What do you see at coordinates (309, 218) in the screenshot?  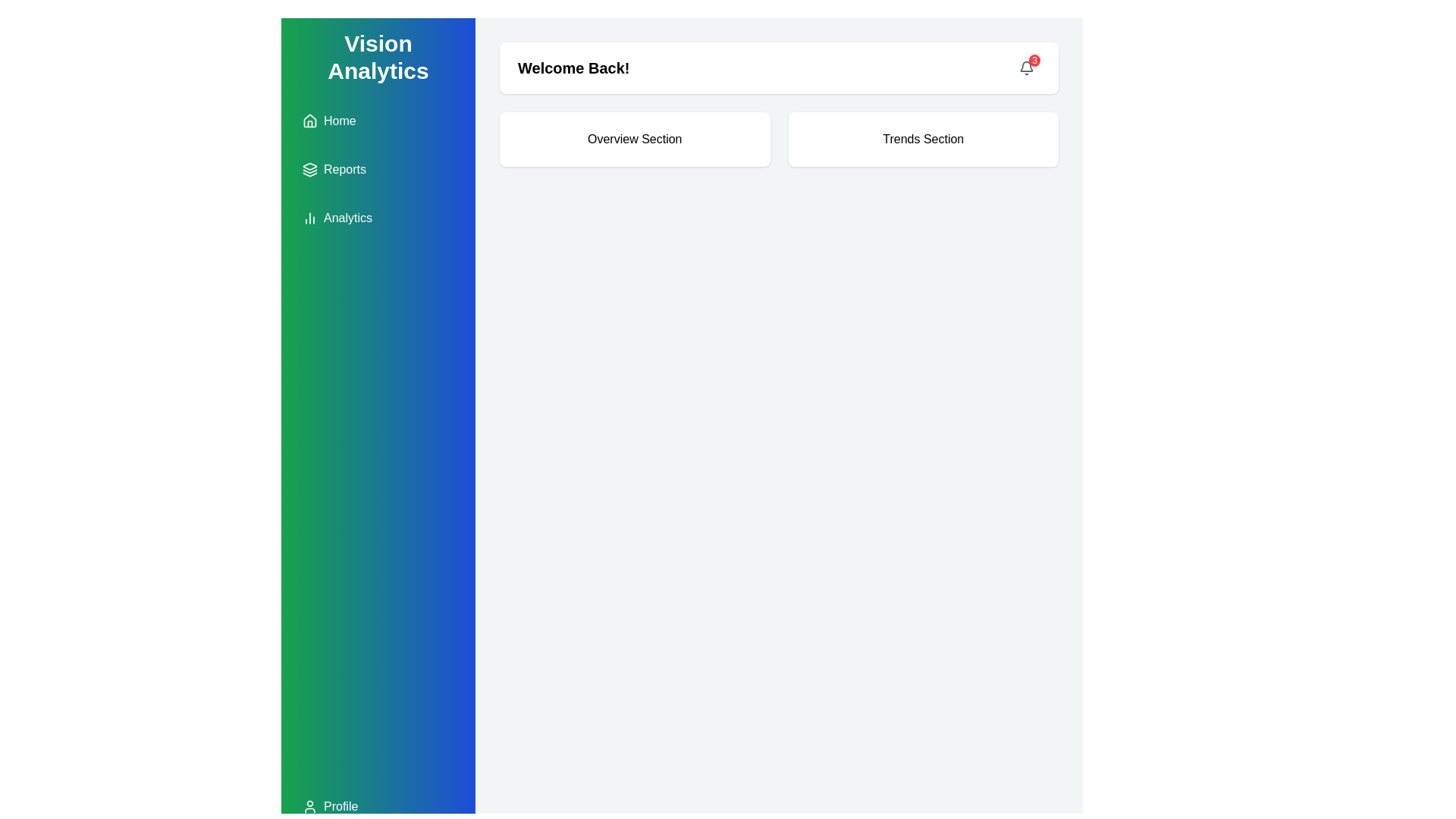 I see `the 'Analytics' icon in the vertical navigation panel` at bounding box center [309, 218].